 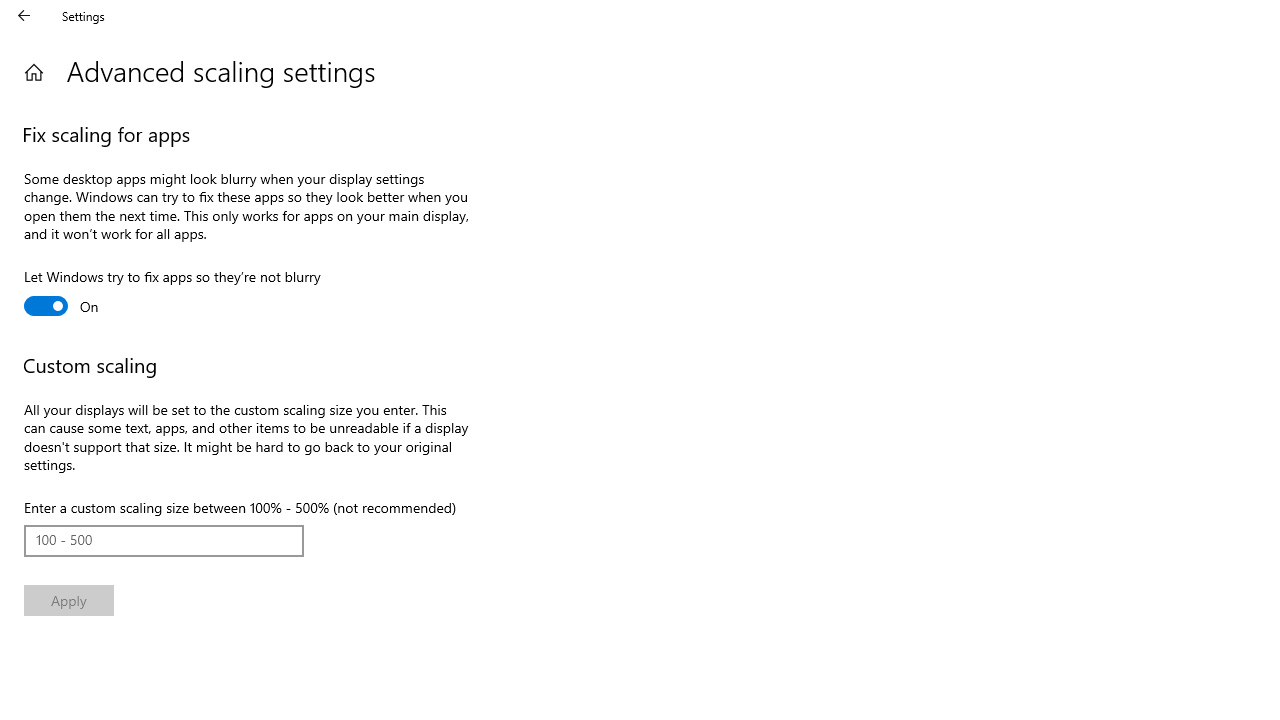 I want to click on 'Apply', so click(x=69, y=599).